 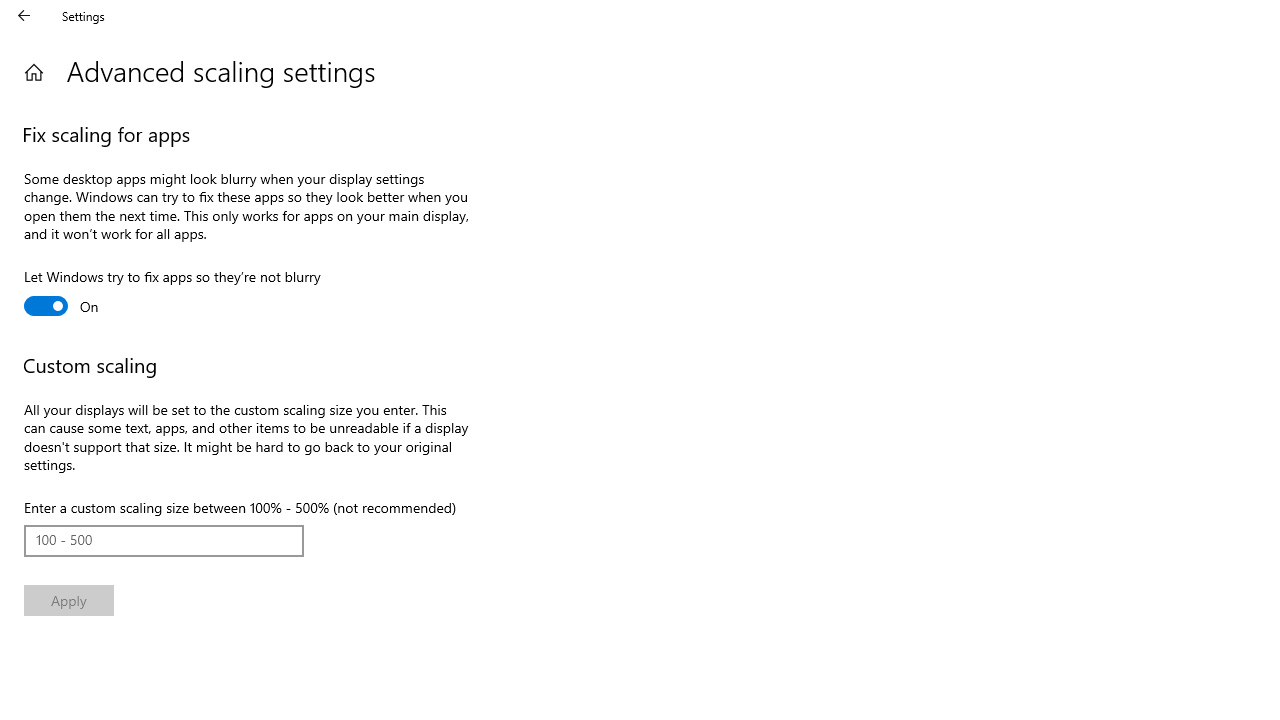 I want to click on 'Apply', so click(x=69, y=599).